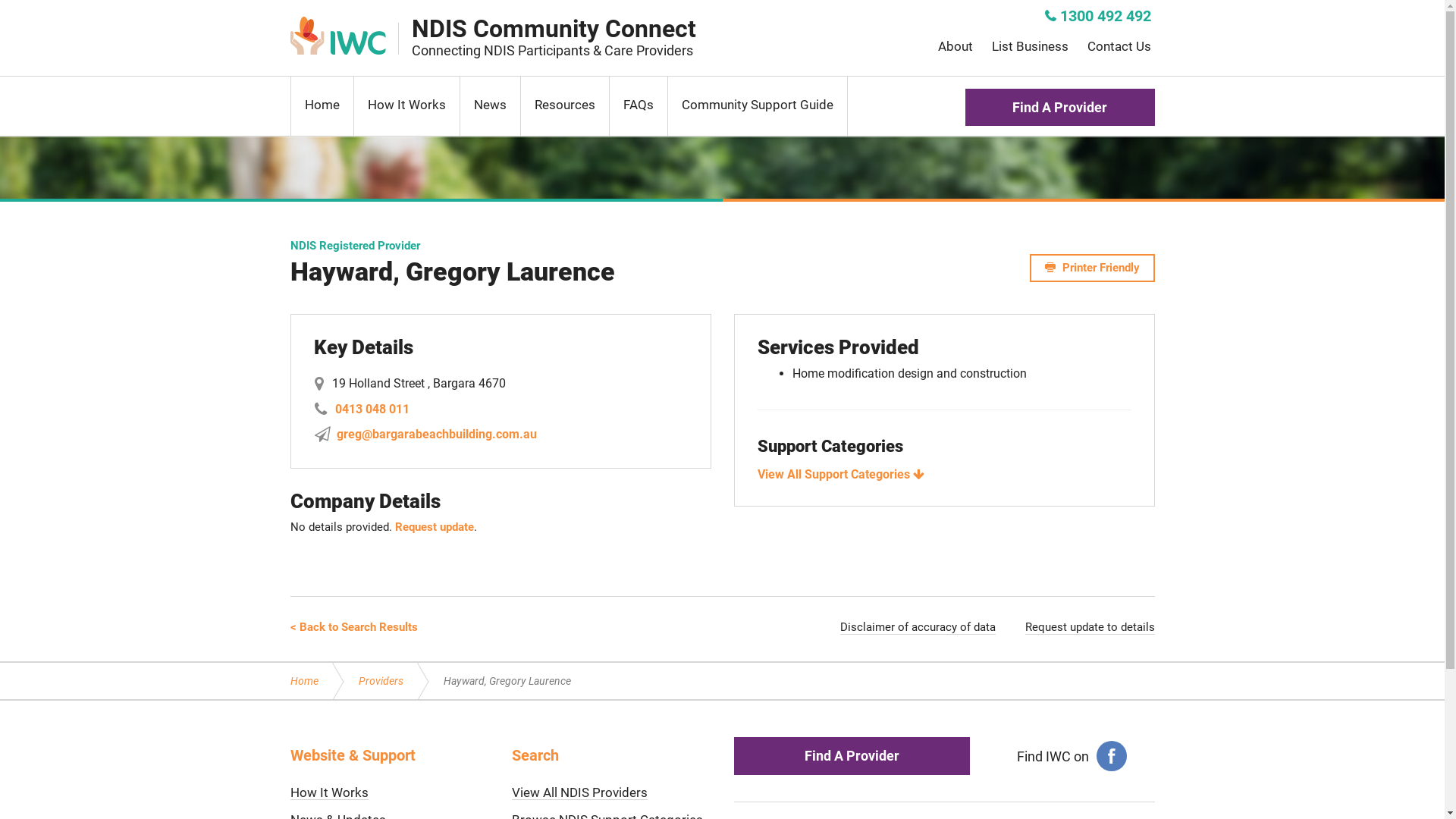 The width and height of the screenshot is (1456, 819). I want to click on '0413 048 011', so click(334, 408).